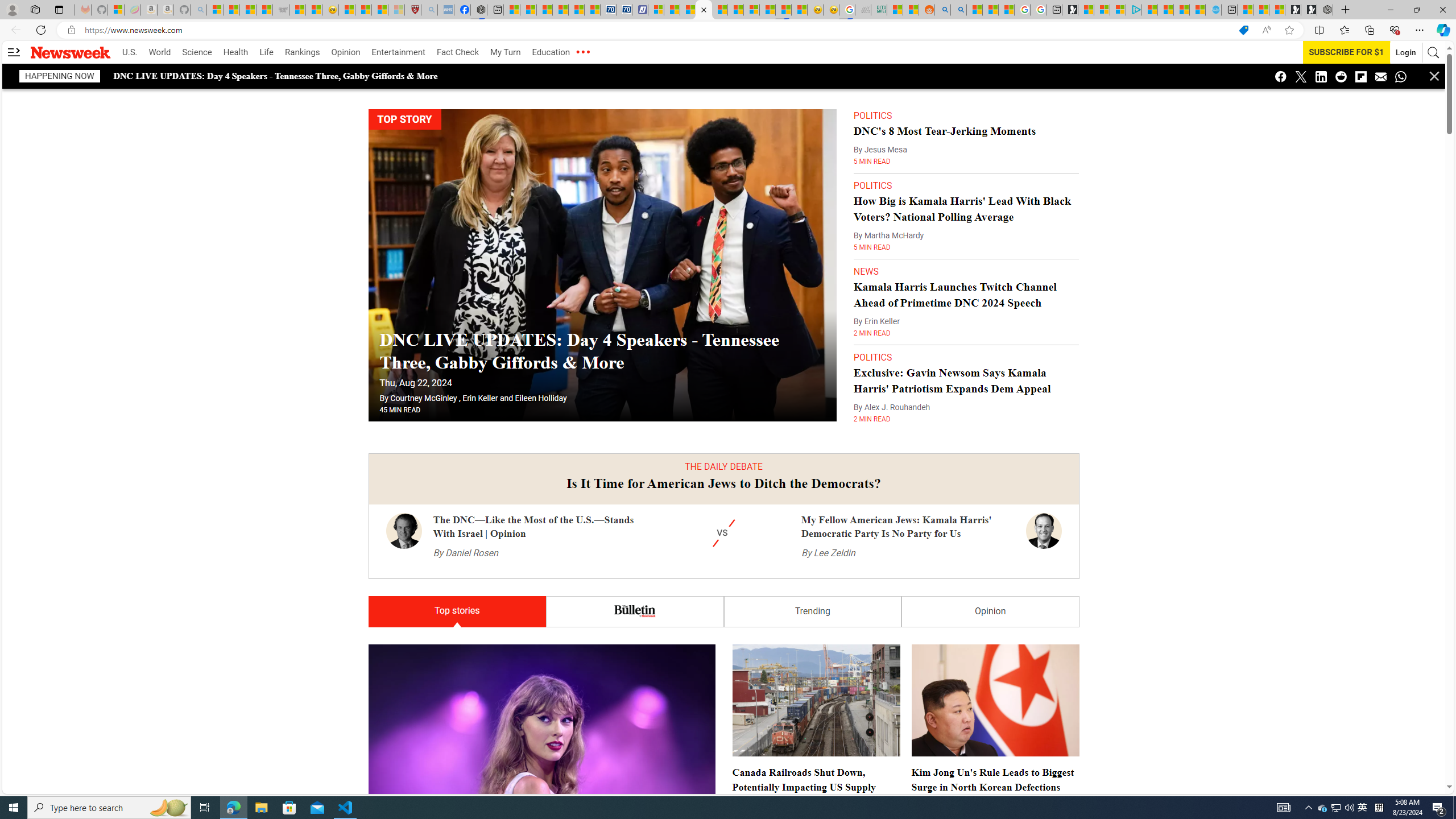 The image size is (1456, 819). What do you see at coordinates (703, 9) in the screenshot?
I see `'Newsweek - News, Analysis, Politics, Business, Technology'` at bounding box center [703, 9].